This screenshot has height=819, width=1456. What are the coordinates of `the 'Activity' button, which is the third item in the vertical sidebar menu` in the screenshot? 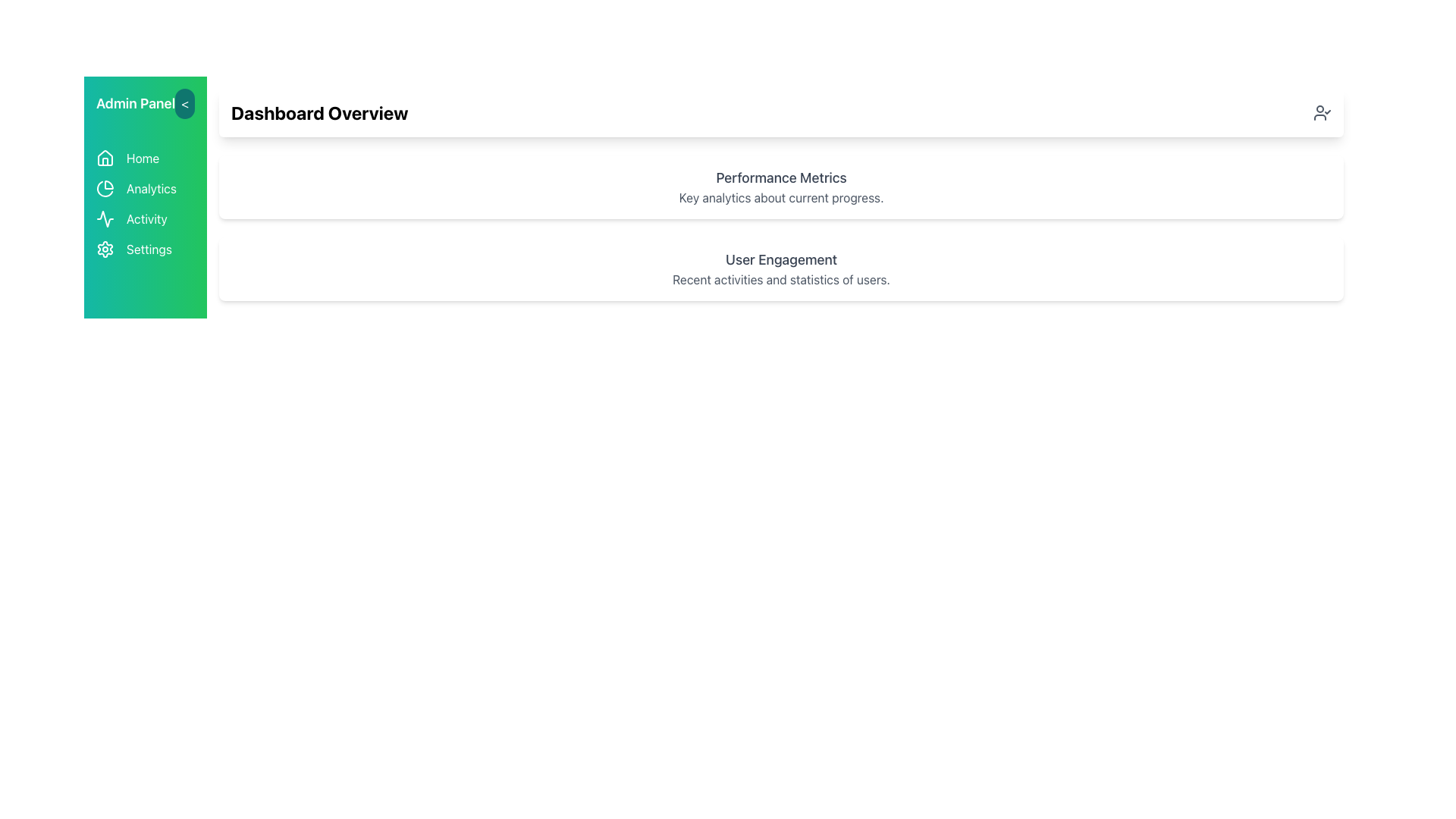 It's located at (146, 219).